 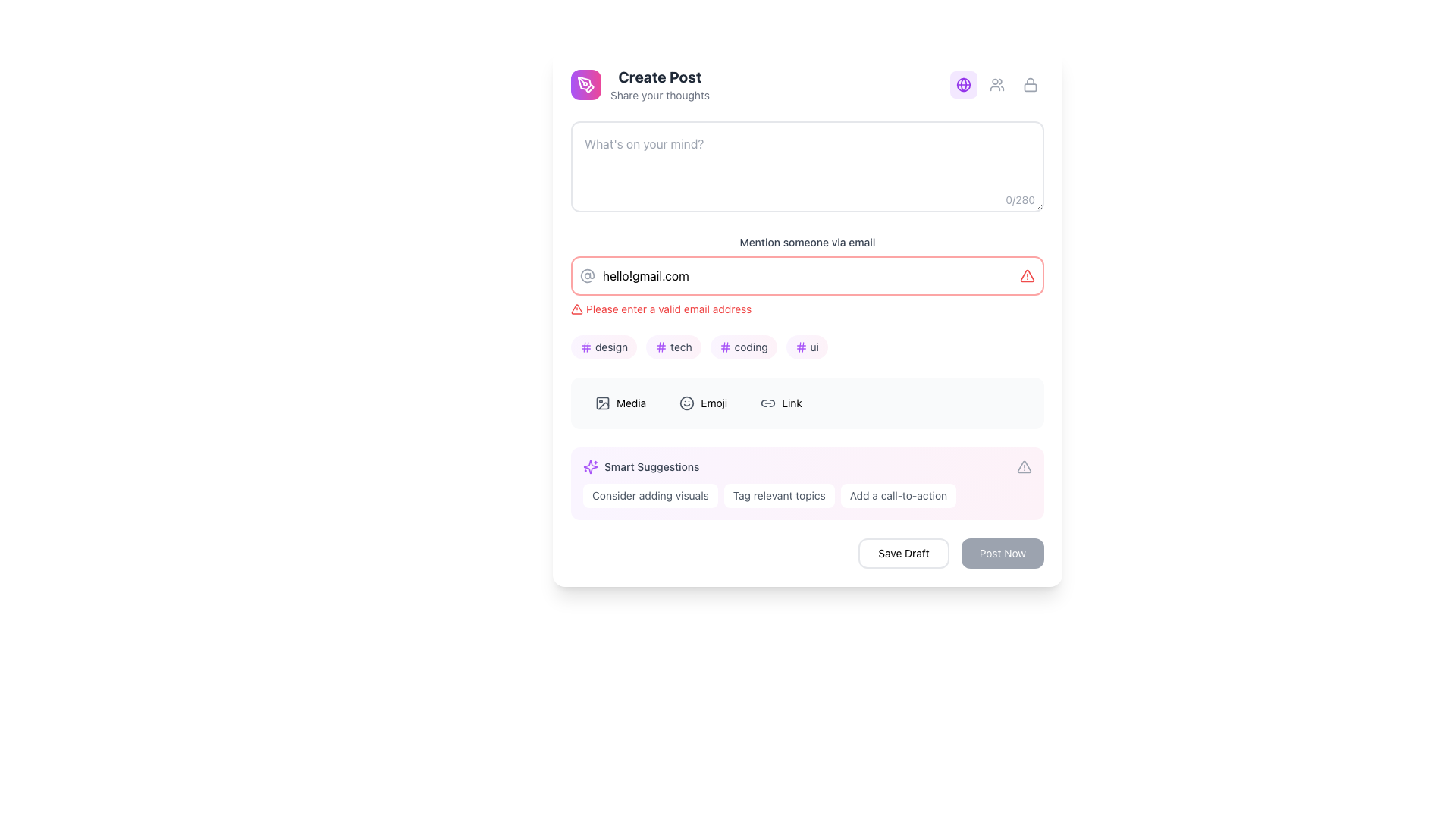 I want to click on the warning icon positioned to the right of the email input field, which indicates a validation issue, so click(x=576, y=309).